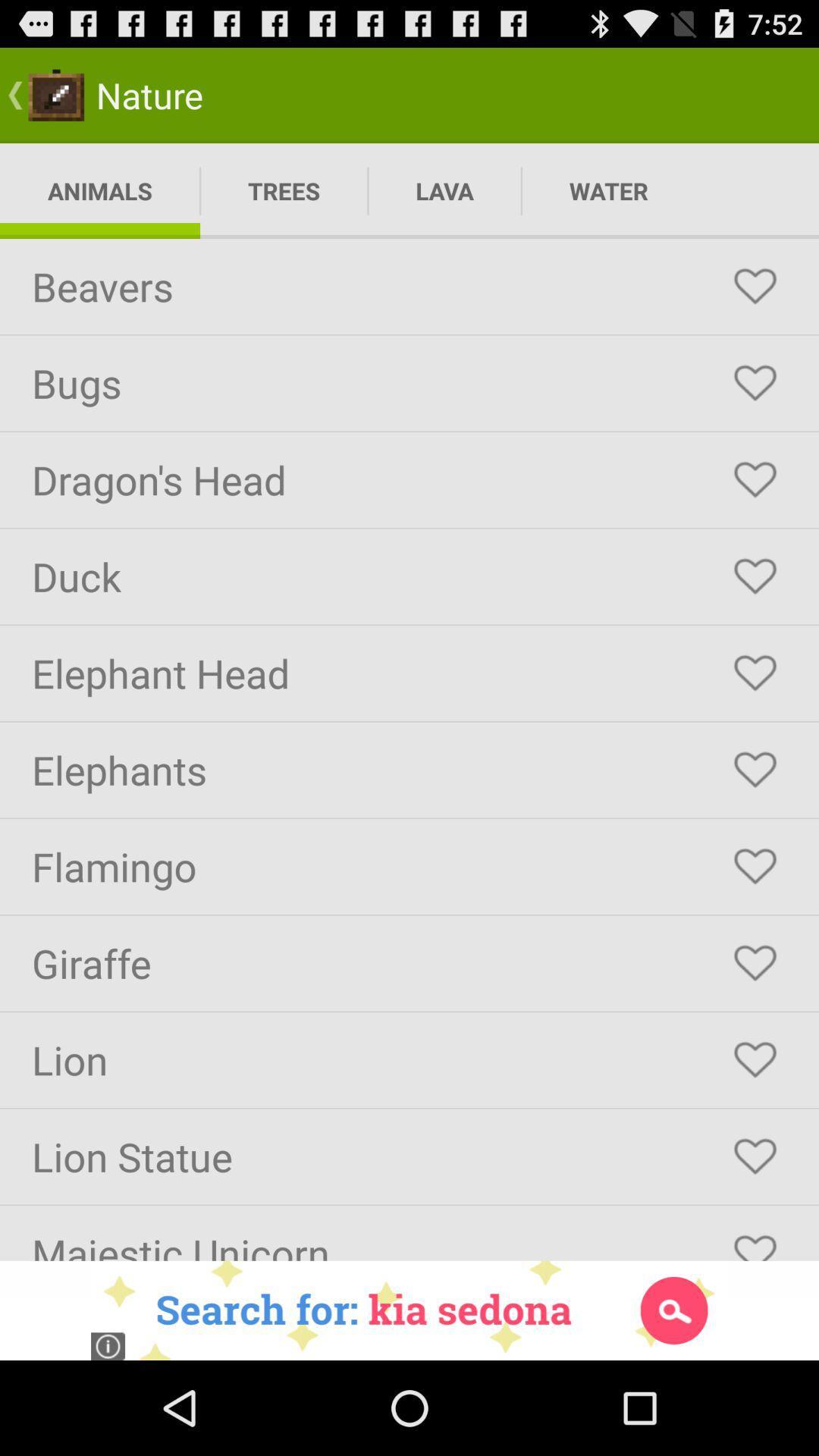 This screenshot has height=1456, width=819. What do you see at coordinates (755, 1156) in the screenshot?
I see `favorite` at bounding box center [755, 1156].